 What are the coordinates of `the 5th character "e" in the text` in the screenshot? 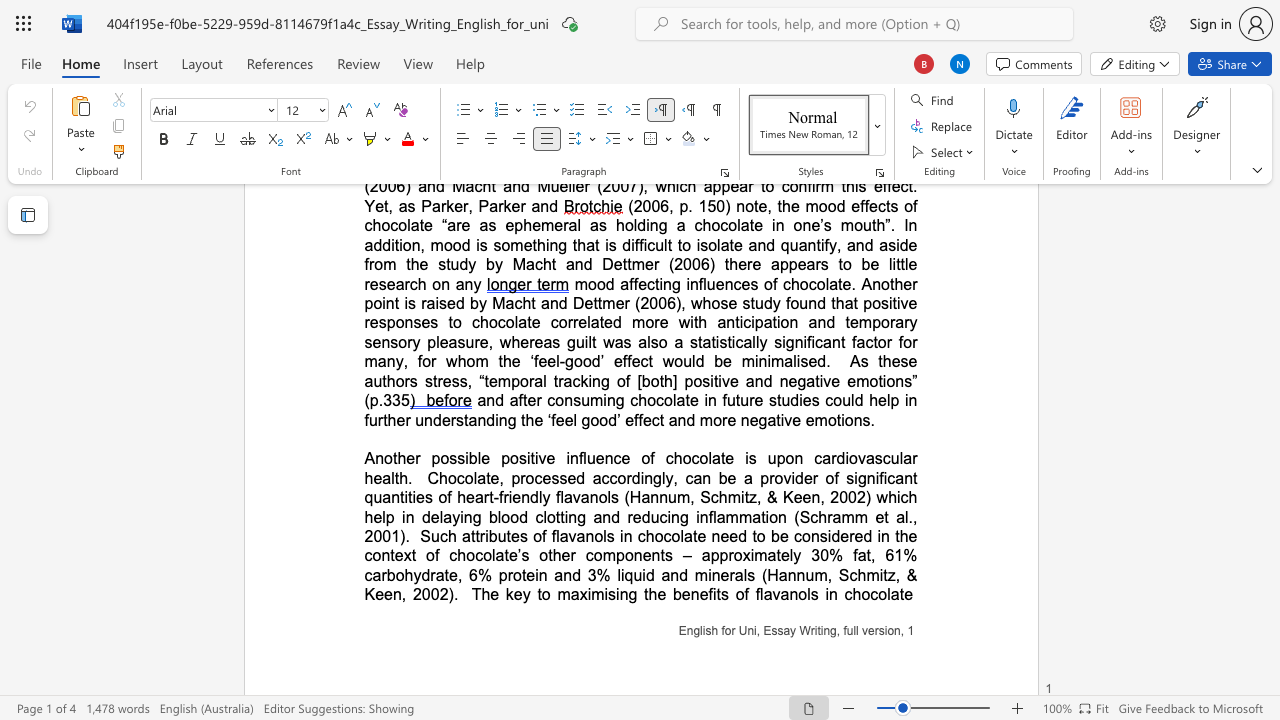 It's located at (625, 458).